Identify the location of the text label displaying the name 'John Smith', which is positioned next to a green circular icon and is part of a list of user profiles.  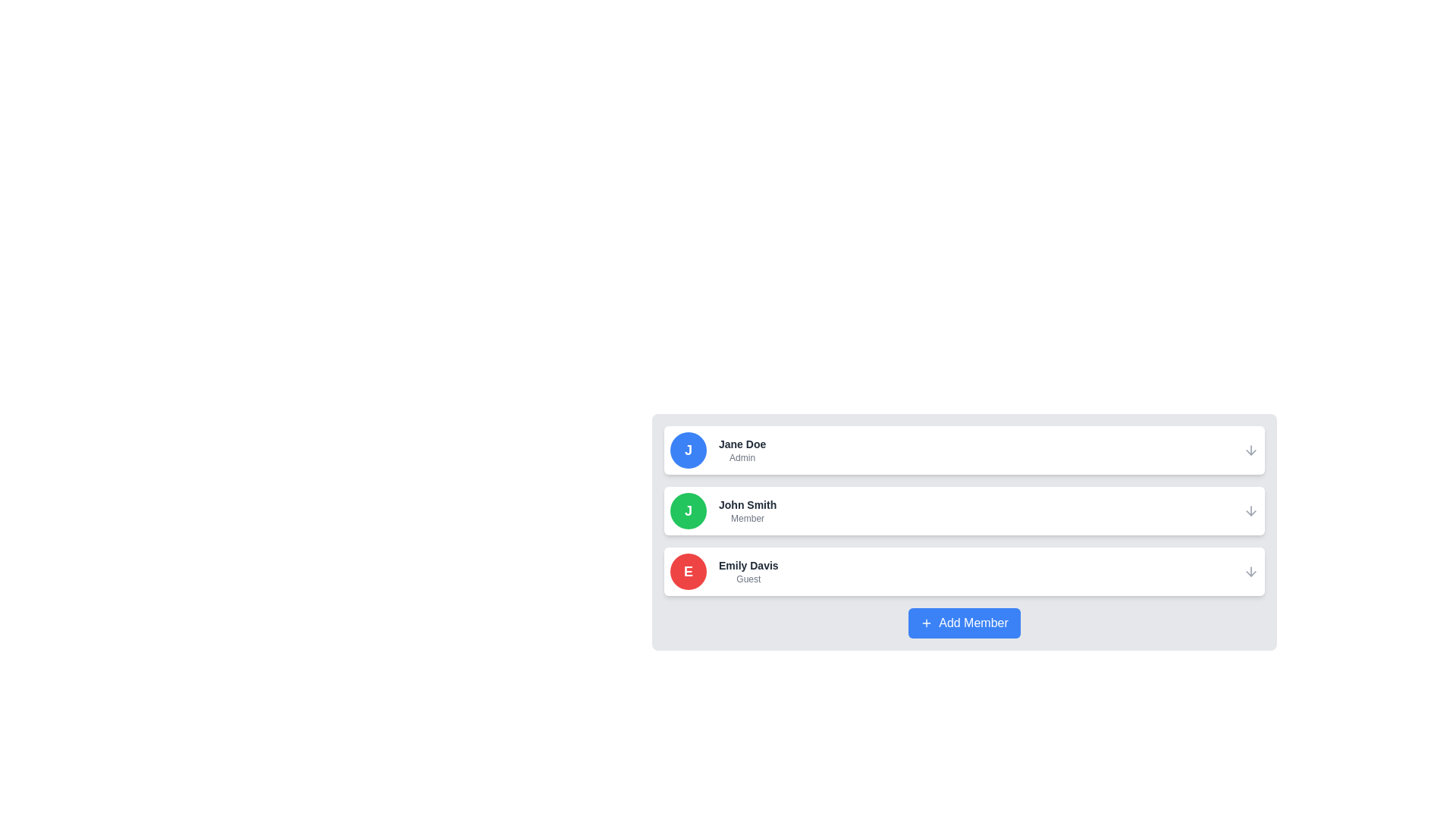
(748, 505).